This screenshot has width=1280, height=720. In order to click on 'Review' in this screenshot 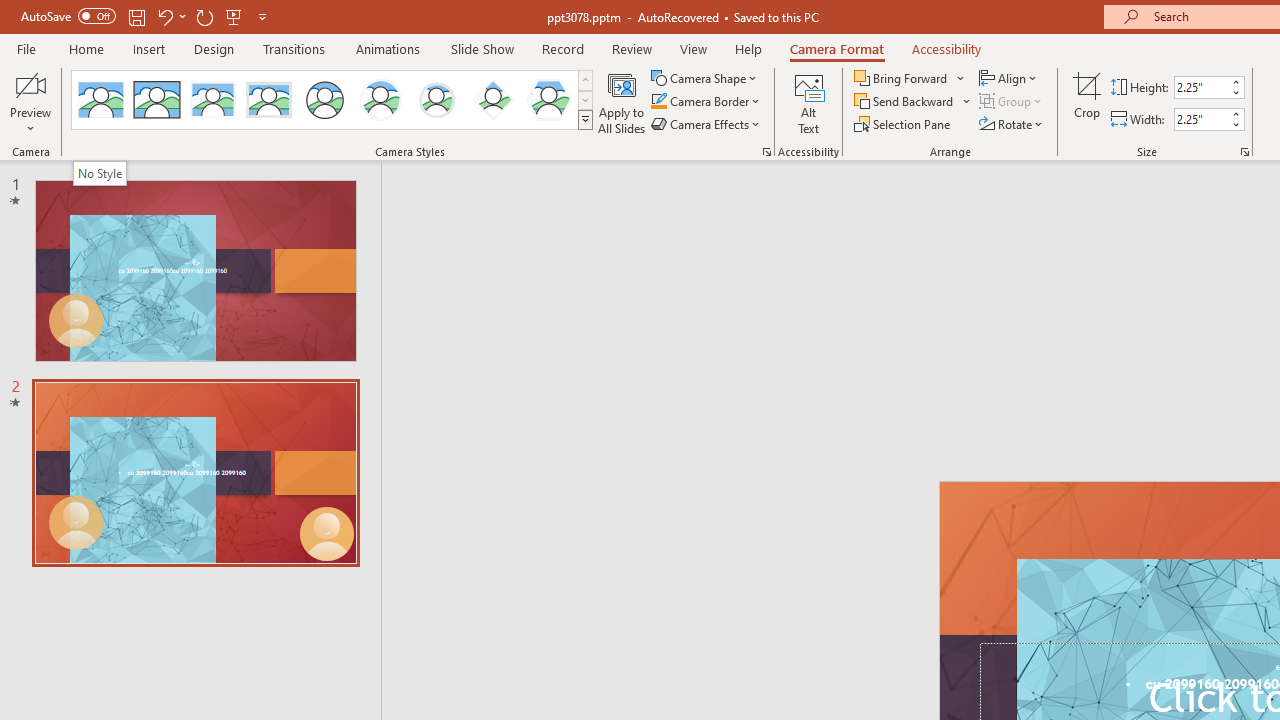, I will do `click(630, 48)`.